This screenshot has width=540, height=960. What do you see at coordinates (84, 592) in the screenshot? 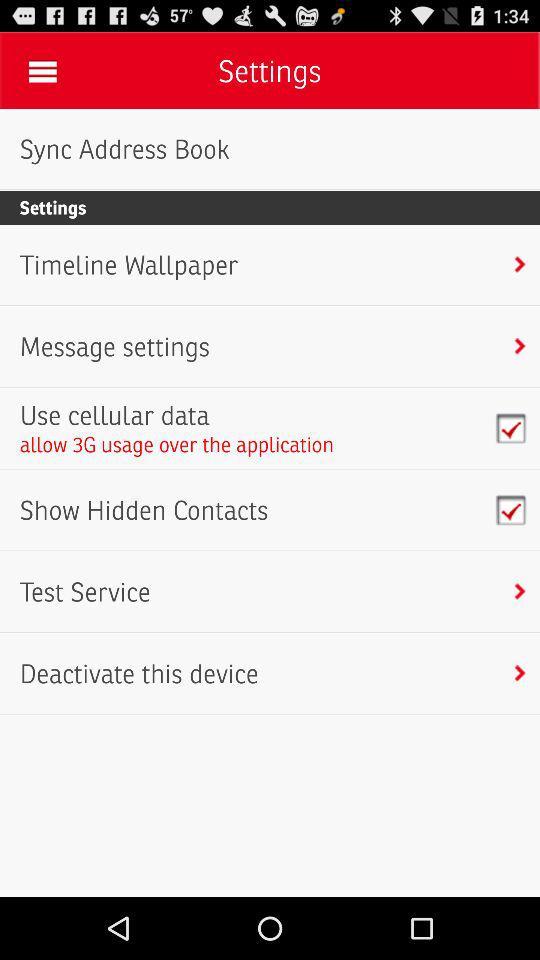
I see `test service item` at bounding box center [84, 592].